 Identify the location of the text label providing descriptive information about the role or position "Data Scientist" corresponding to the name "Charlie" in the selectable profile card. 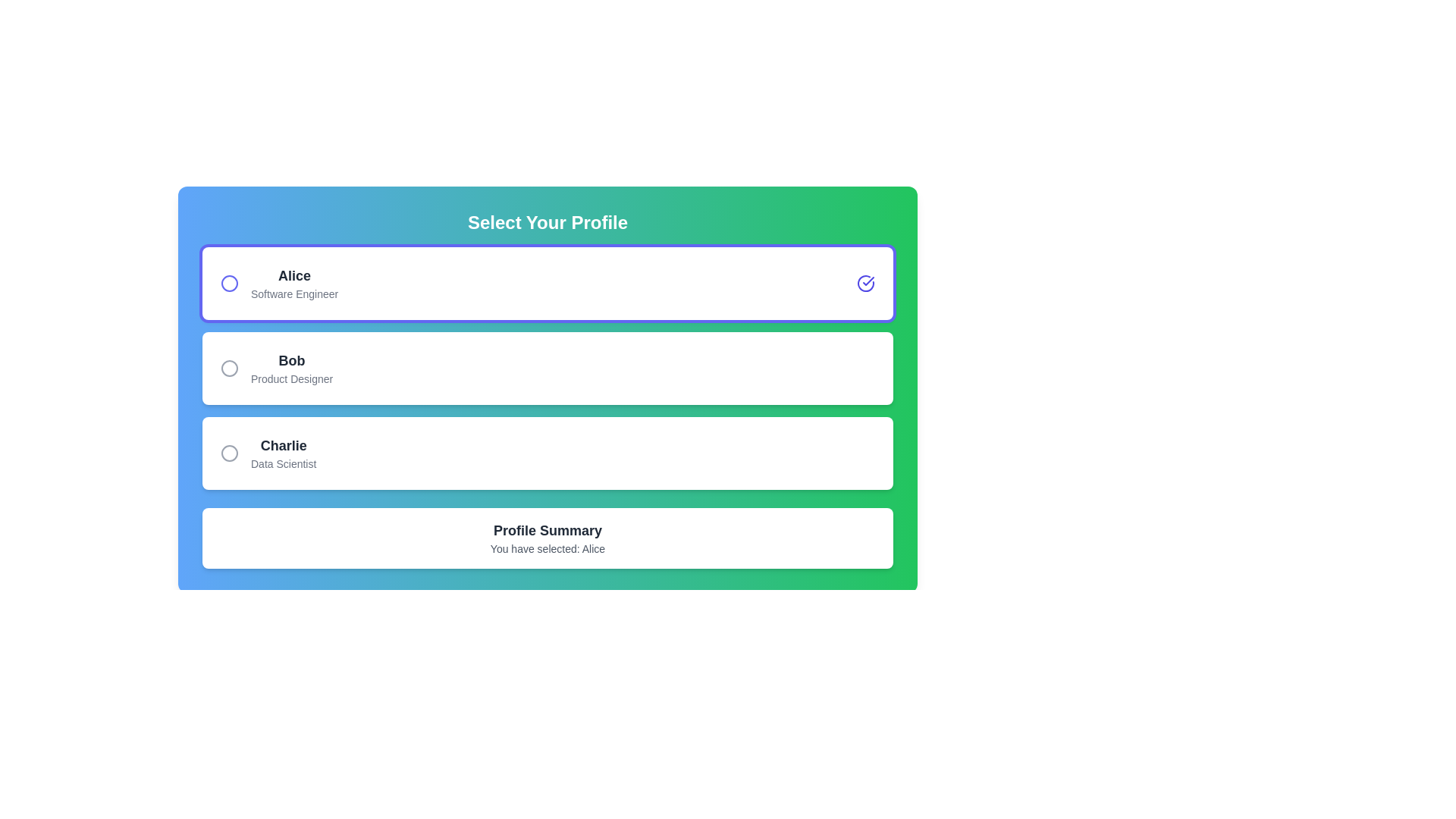
(284, 463).